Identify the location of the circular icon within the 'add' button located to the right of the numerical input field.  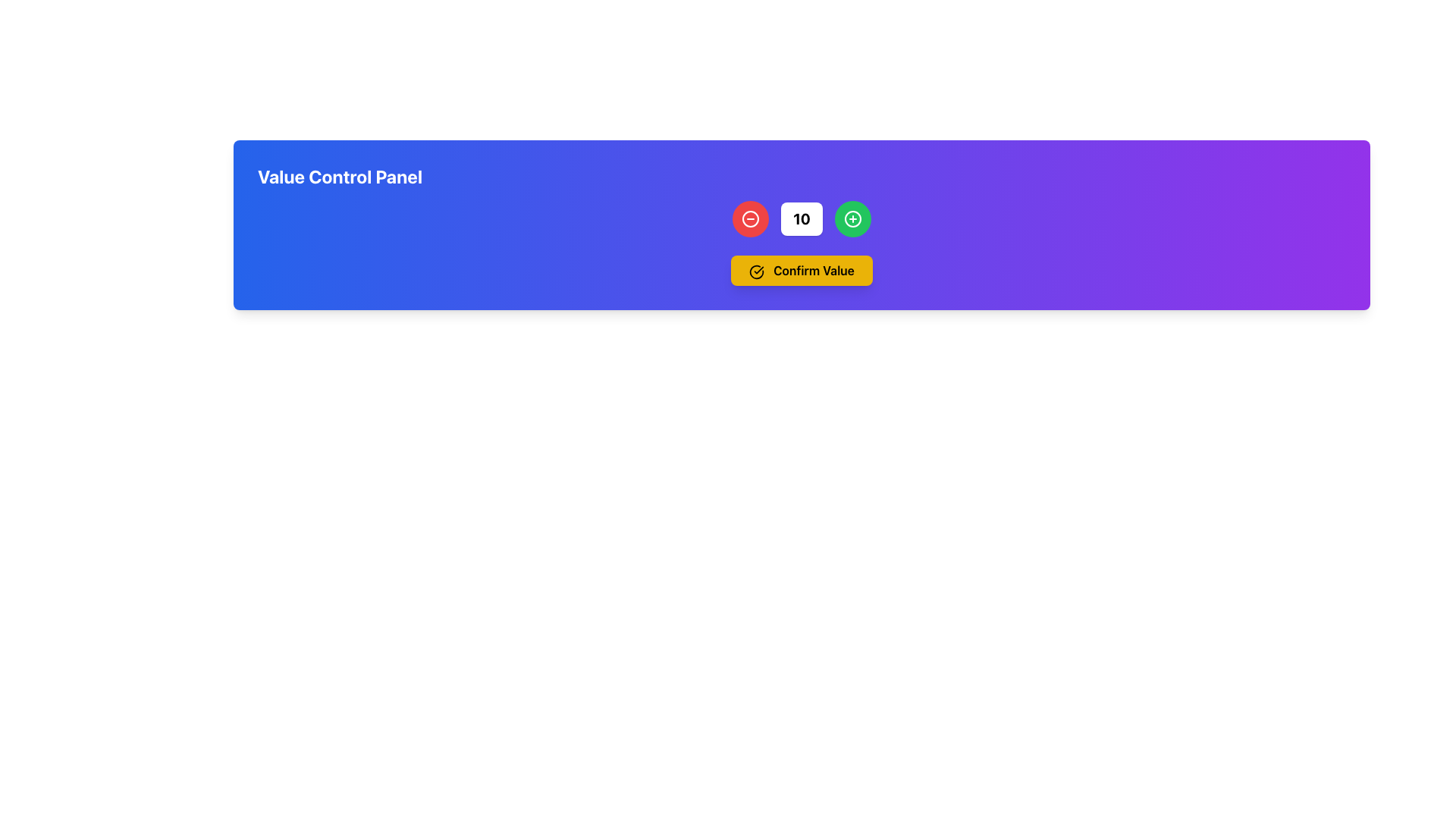
(852, 219).